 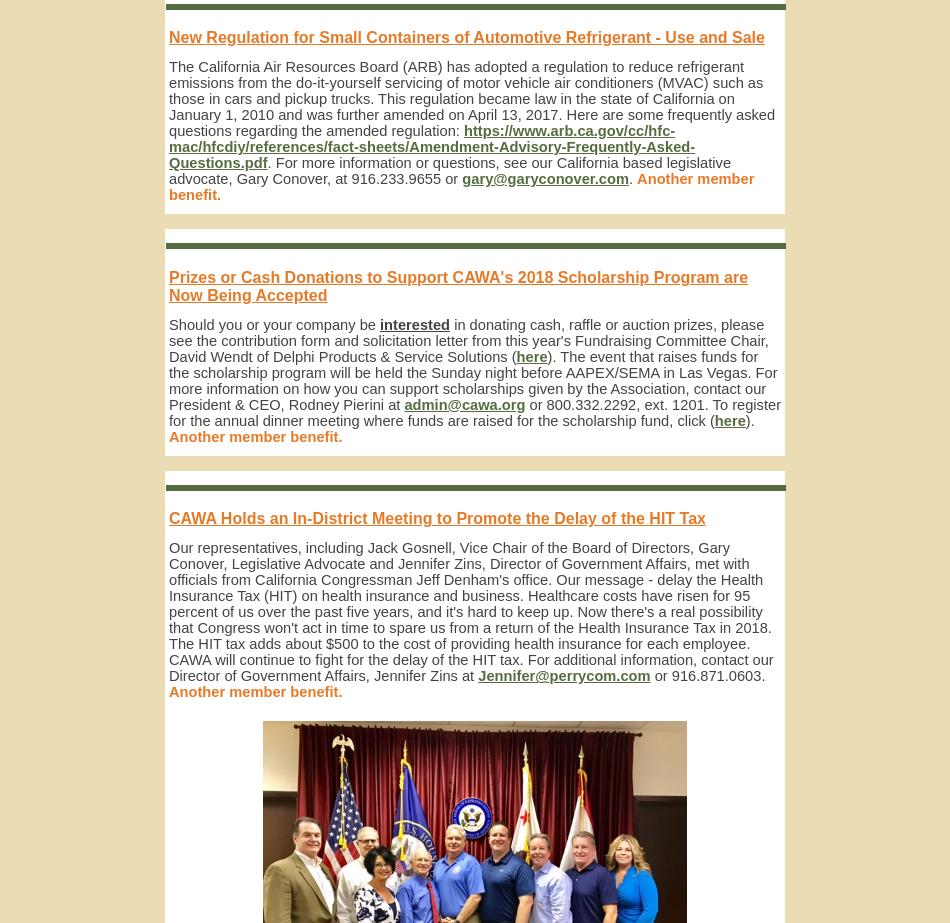 I want to click on '.', so click(x=628, y=178).